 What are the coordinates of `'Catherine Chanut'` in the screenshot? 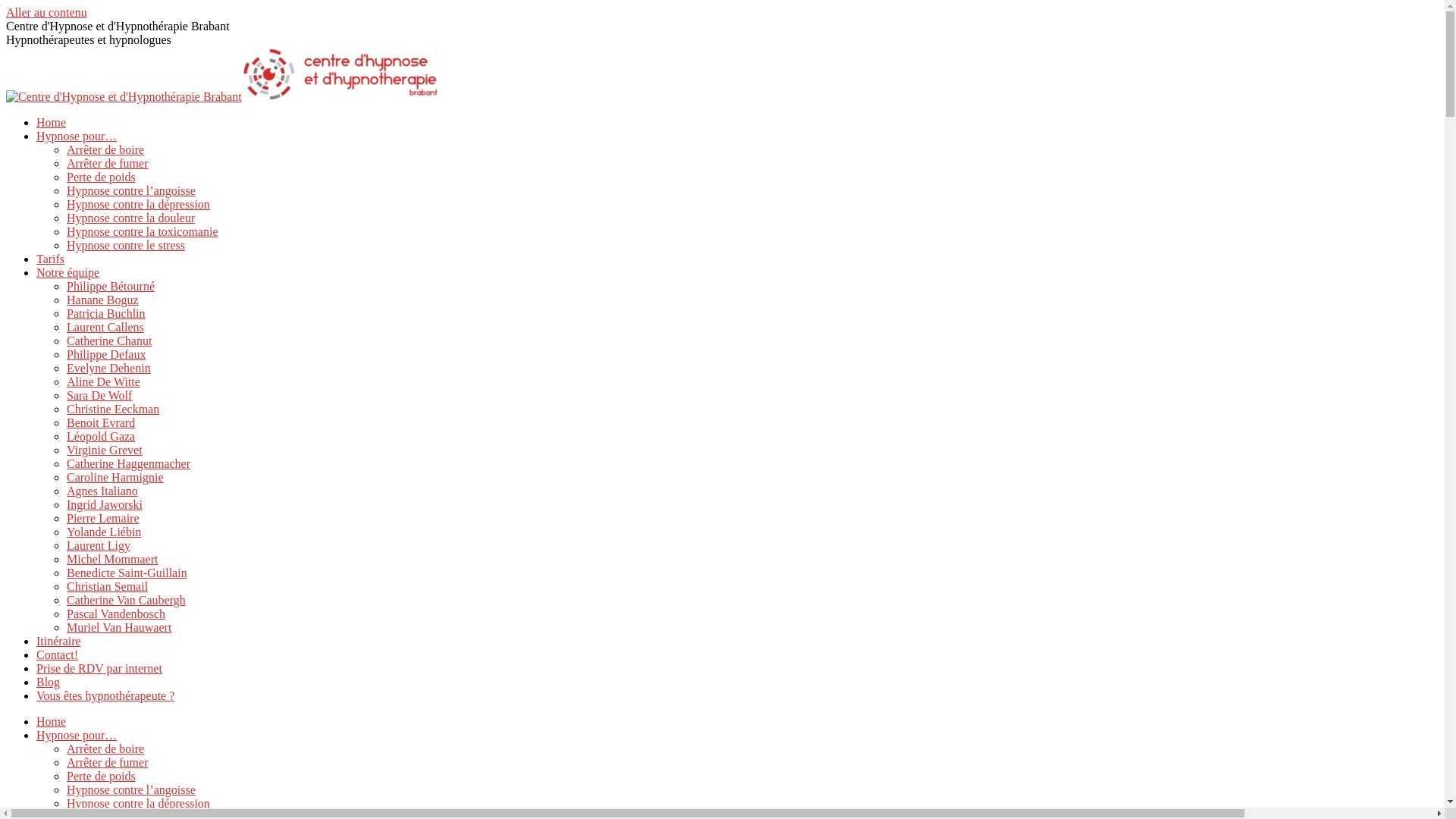 It's located at (108, 340).